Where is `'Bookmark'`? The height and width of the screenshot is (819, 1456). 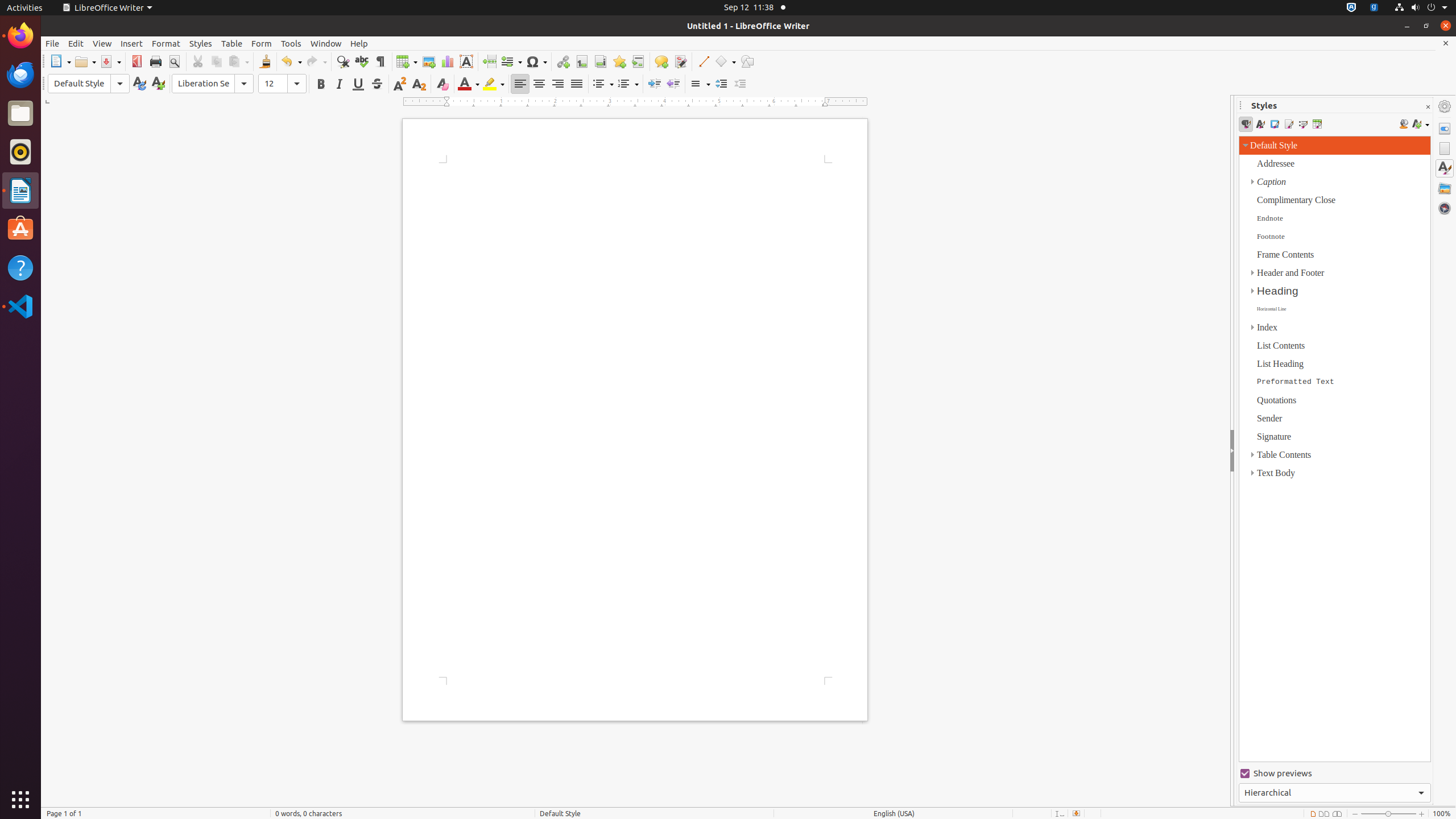 'Bookmark' is located at coordinates (619, 61).